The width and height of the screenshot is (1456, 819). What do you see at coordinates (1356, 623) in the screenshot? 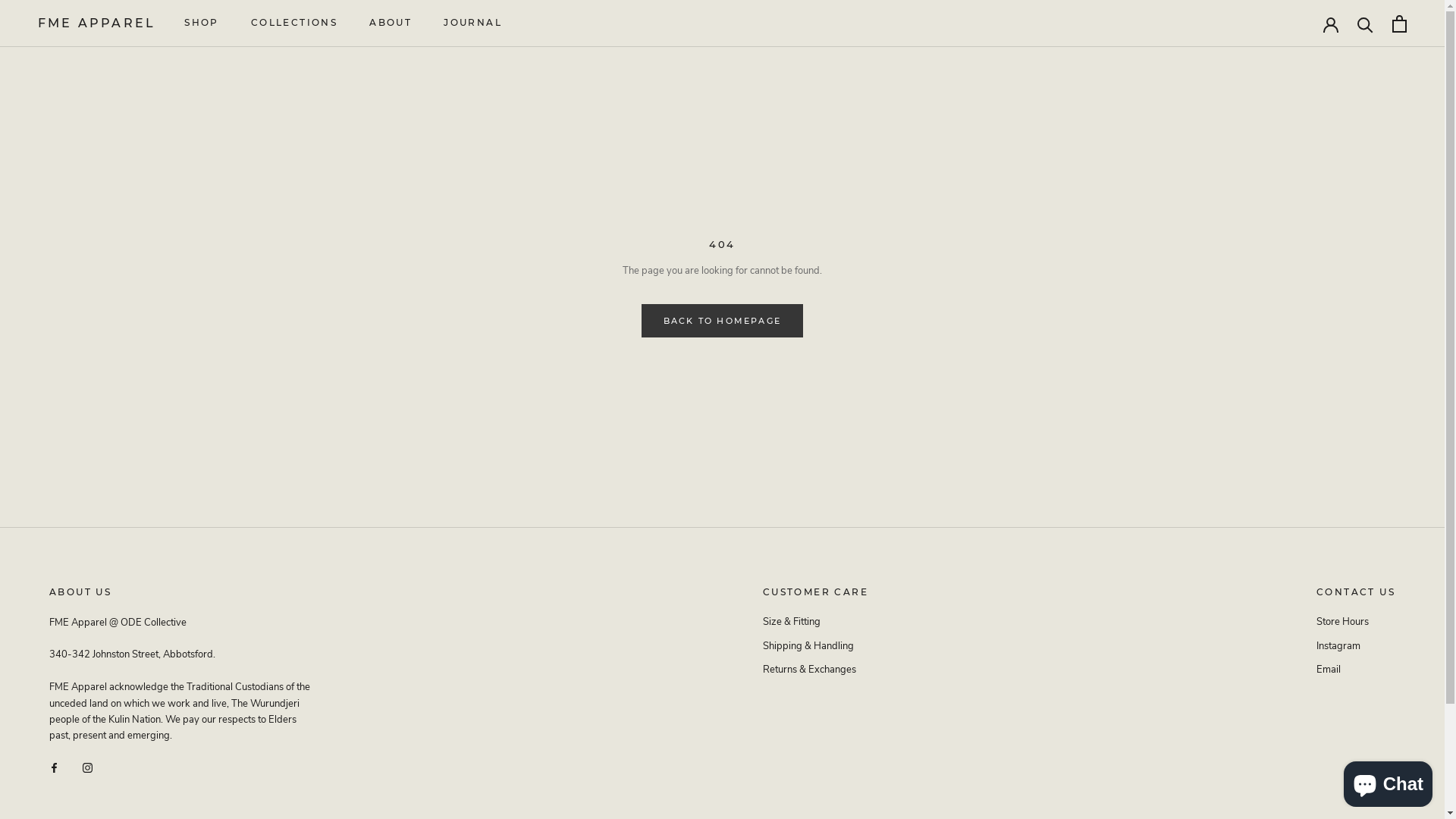
I see `'Store Hours'` at bounding box center [1356, 623].